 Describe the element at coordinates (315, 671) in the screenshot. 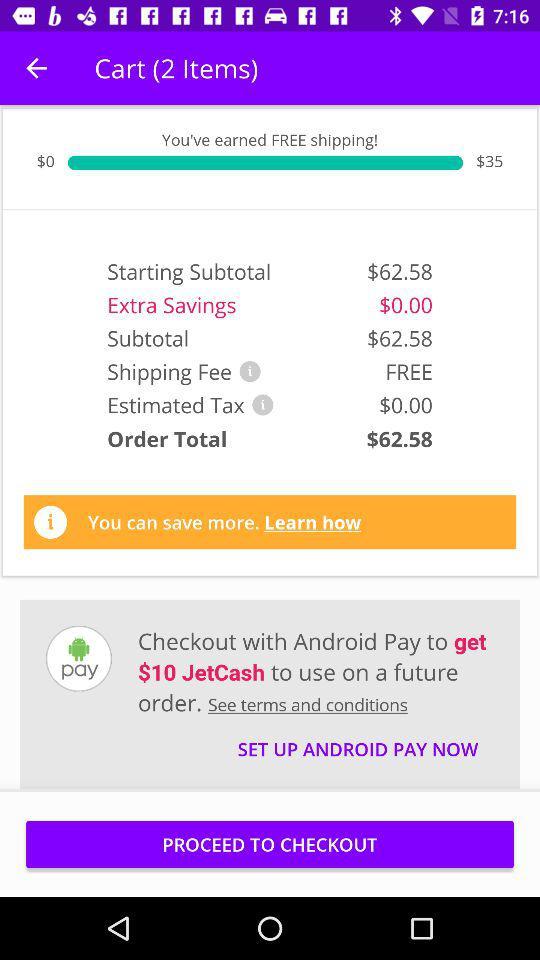

I see `item below you can save item` at that location.